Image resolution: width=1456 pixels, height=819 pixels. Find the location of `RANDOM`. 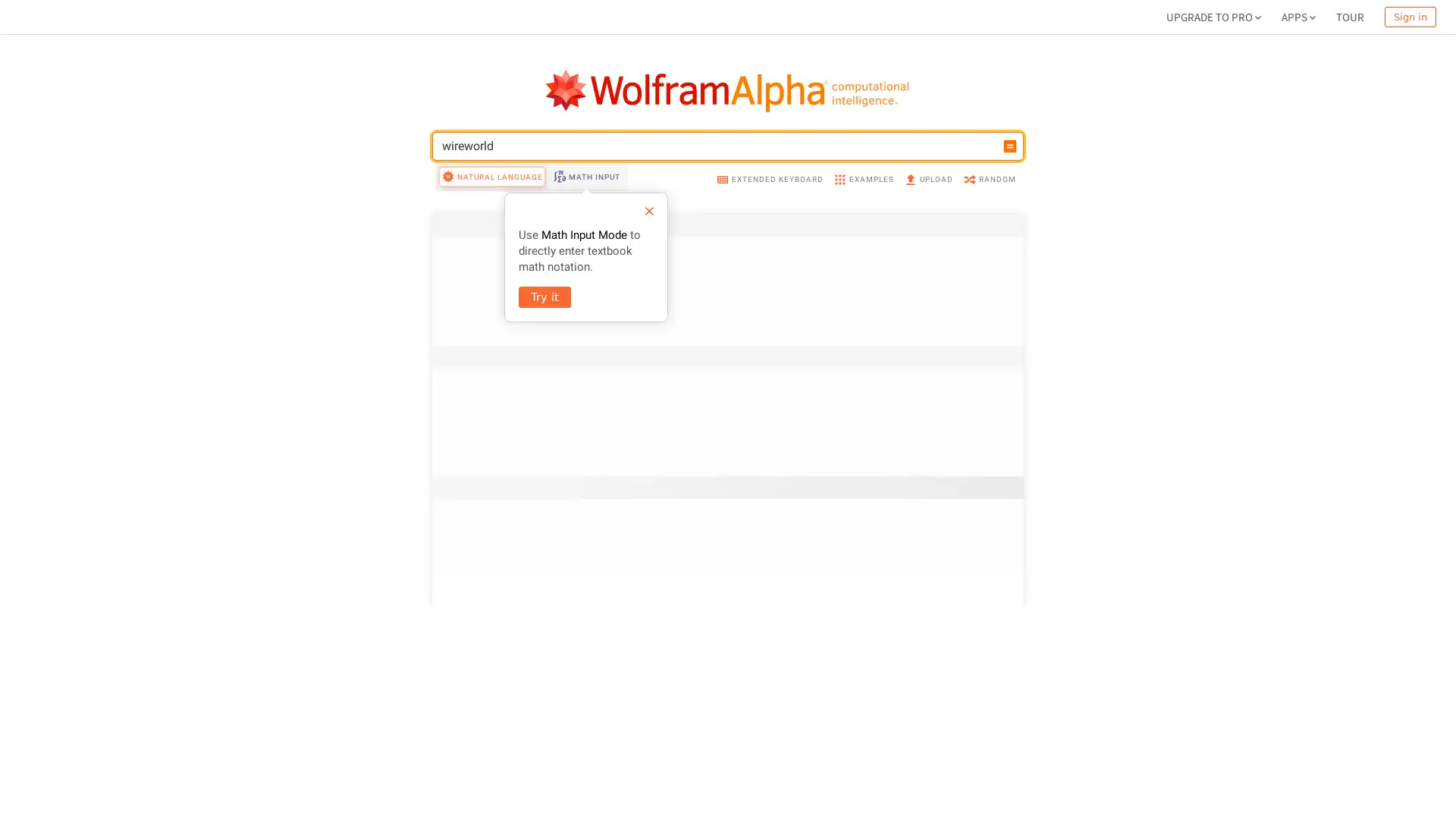

RANDOM is located at coordinates (989, 307).